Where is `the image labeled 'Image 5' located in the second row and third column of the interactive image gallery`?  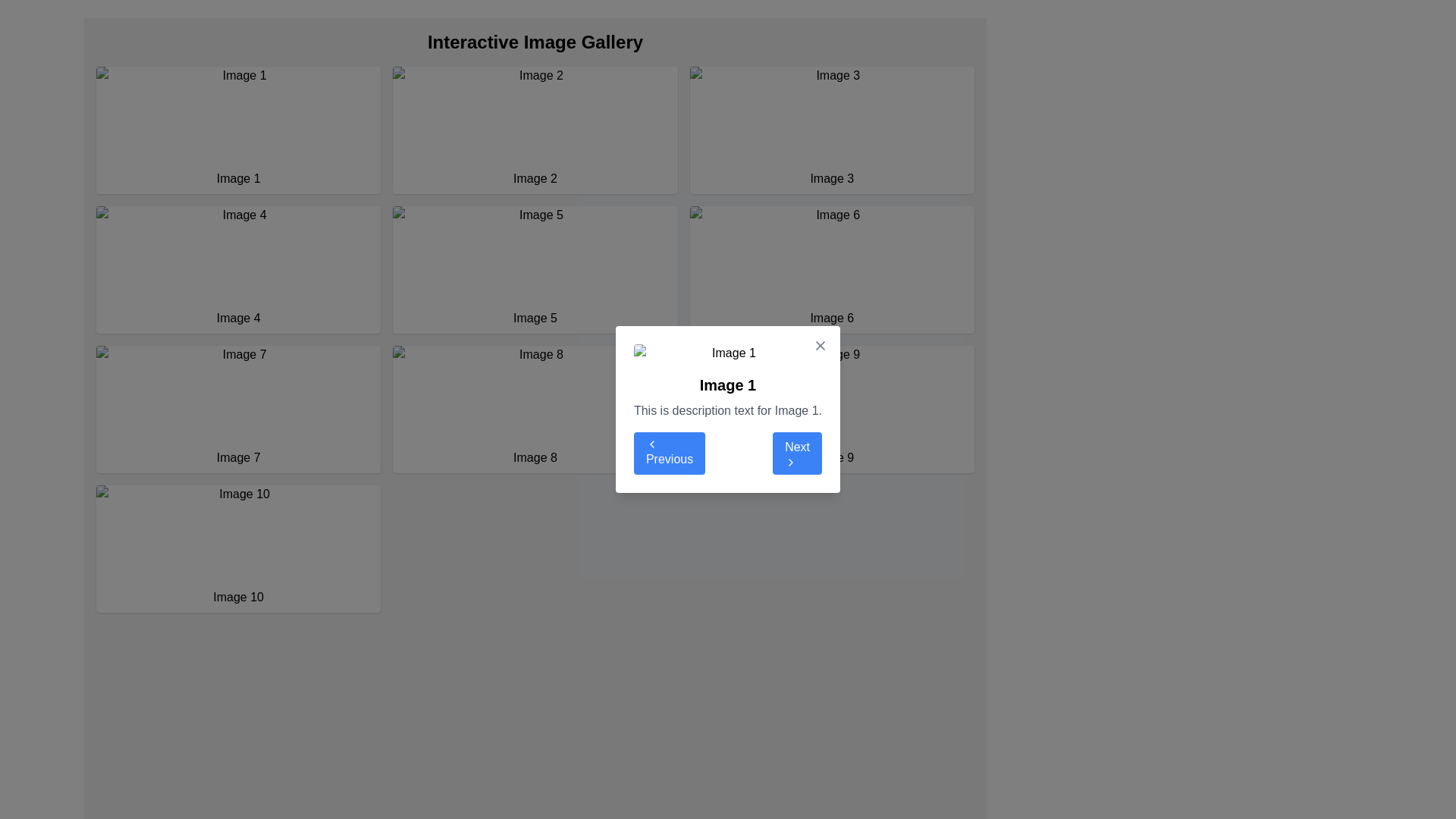
the image labeled 'Image 5' located in the second row and third column of the interactive image gallery is located at coordinates (535, 253).